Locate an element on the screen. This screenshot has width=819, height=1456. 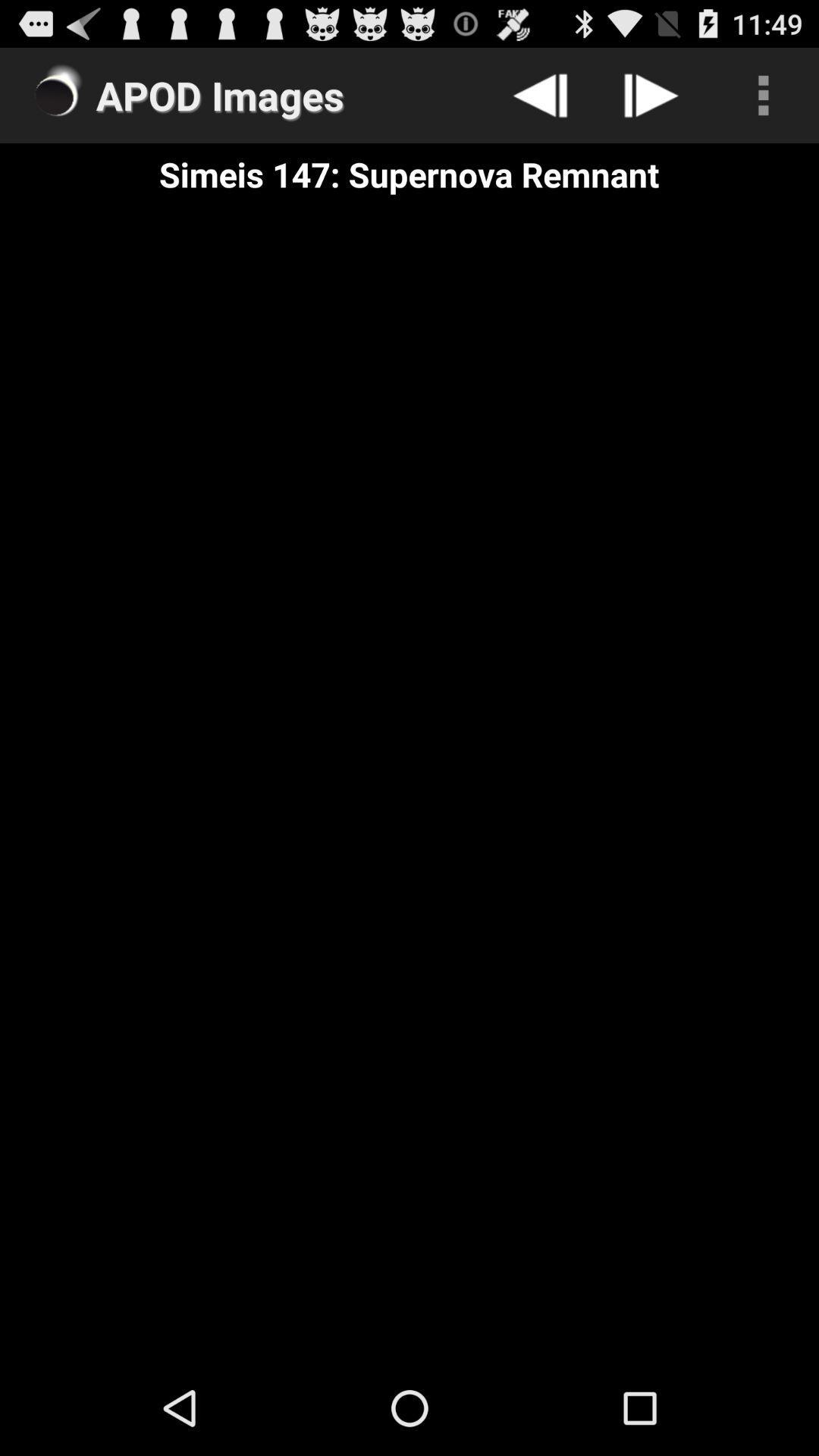
click on the next button is located at coordinates (651, 94).